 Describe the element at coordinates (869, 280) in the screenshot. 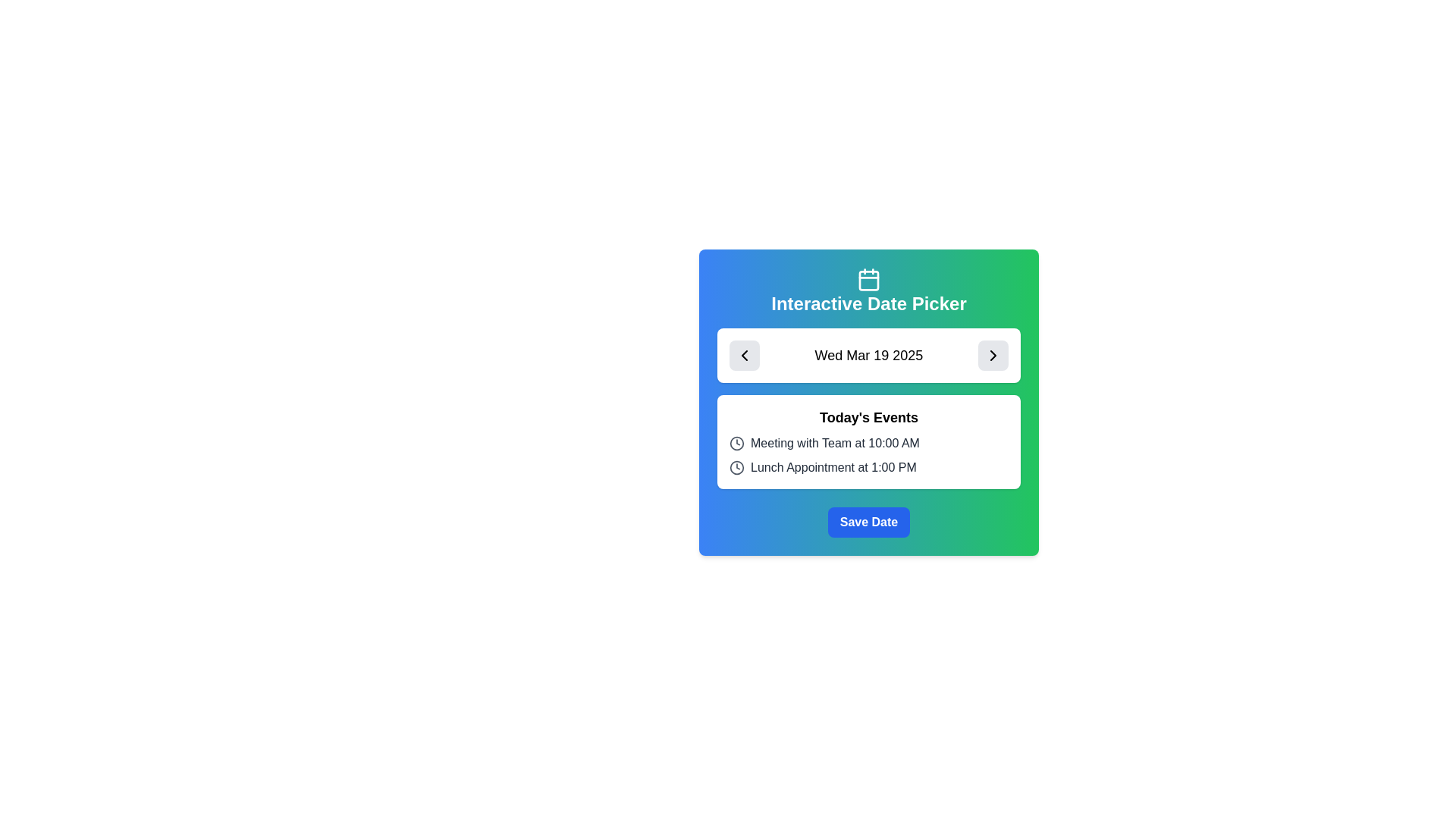

I see `the calendar icon located above the 'Interactive Date Picker' text within the card interface` at that location.